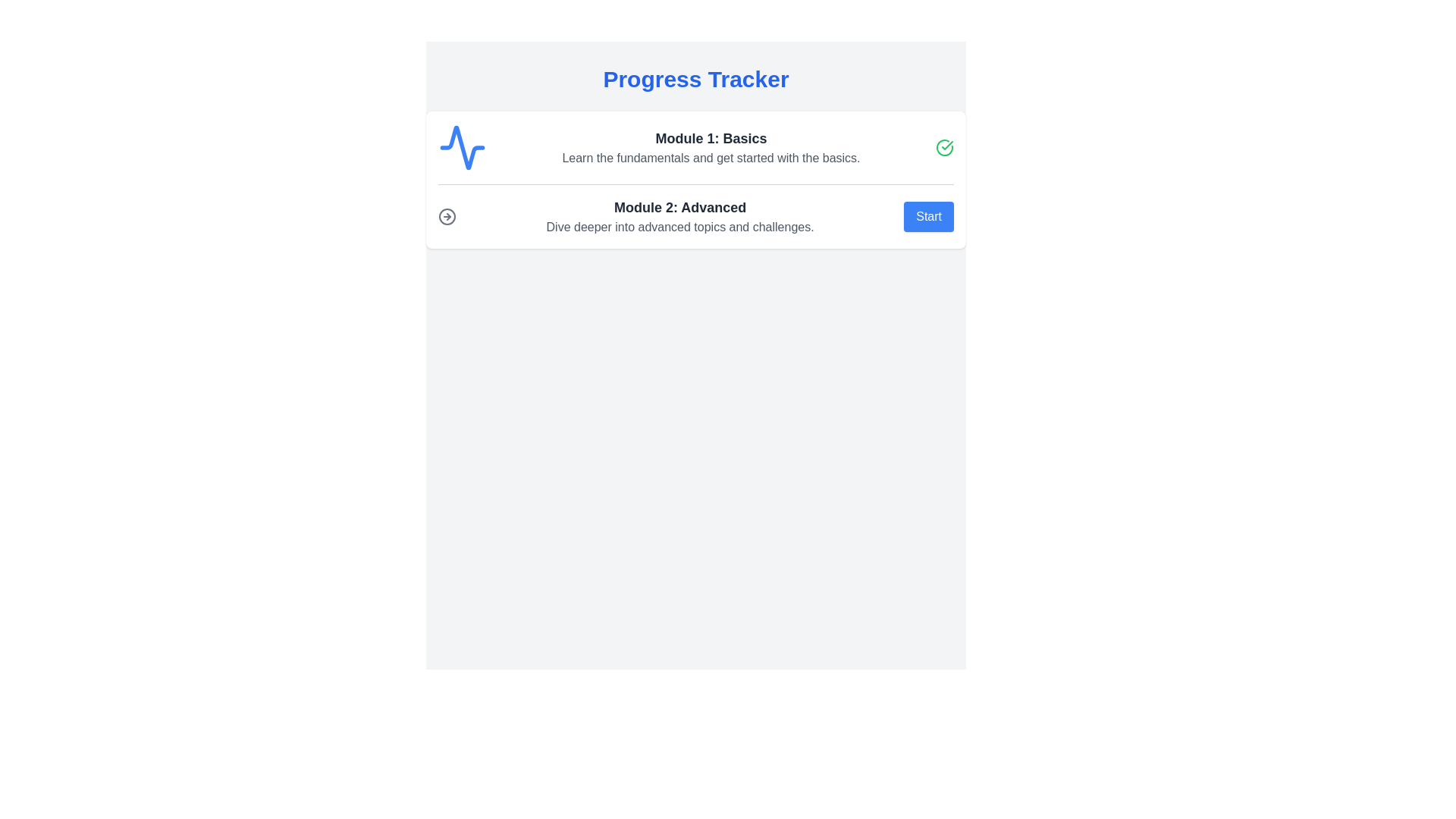 The image size is (1456, 819). What do you see at coordinates (447, 216) in the screenshot?
I see `the decorative or navigational icon located on the left side of the 'Module 2: Advanced' section, which is the first item in the row of elements for this module` at bounding box center [447, 216].